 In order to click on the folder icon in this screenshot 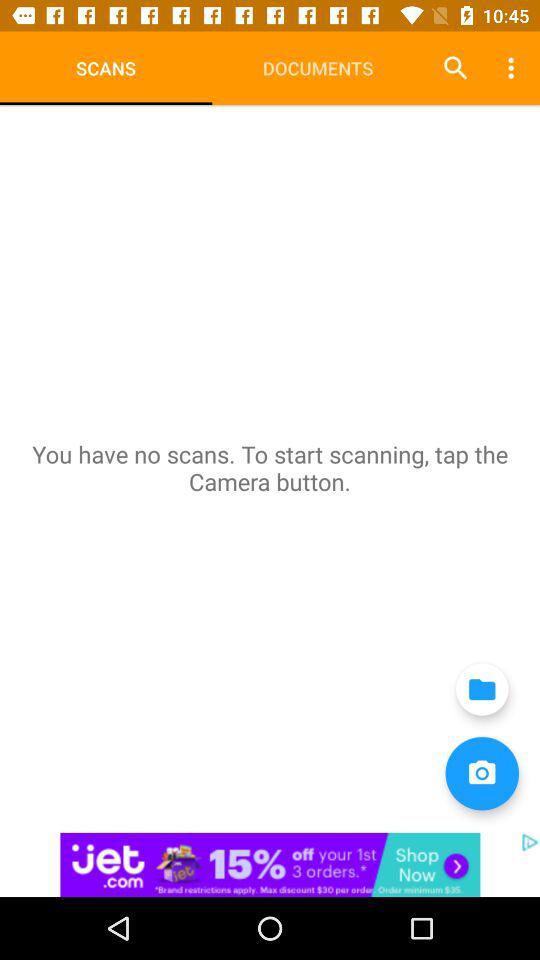, I will do `click(481, 689)`.